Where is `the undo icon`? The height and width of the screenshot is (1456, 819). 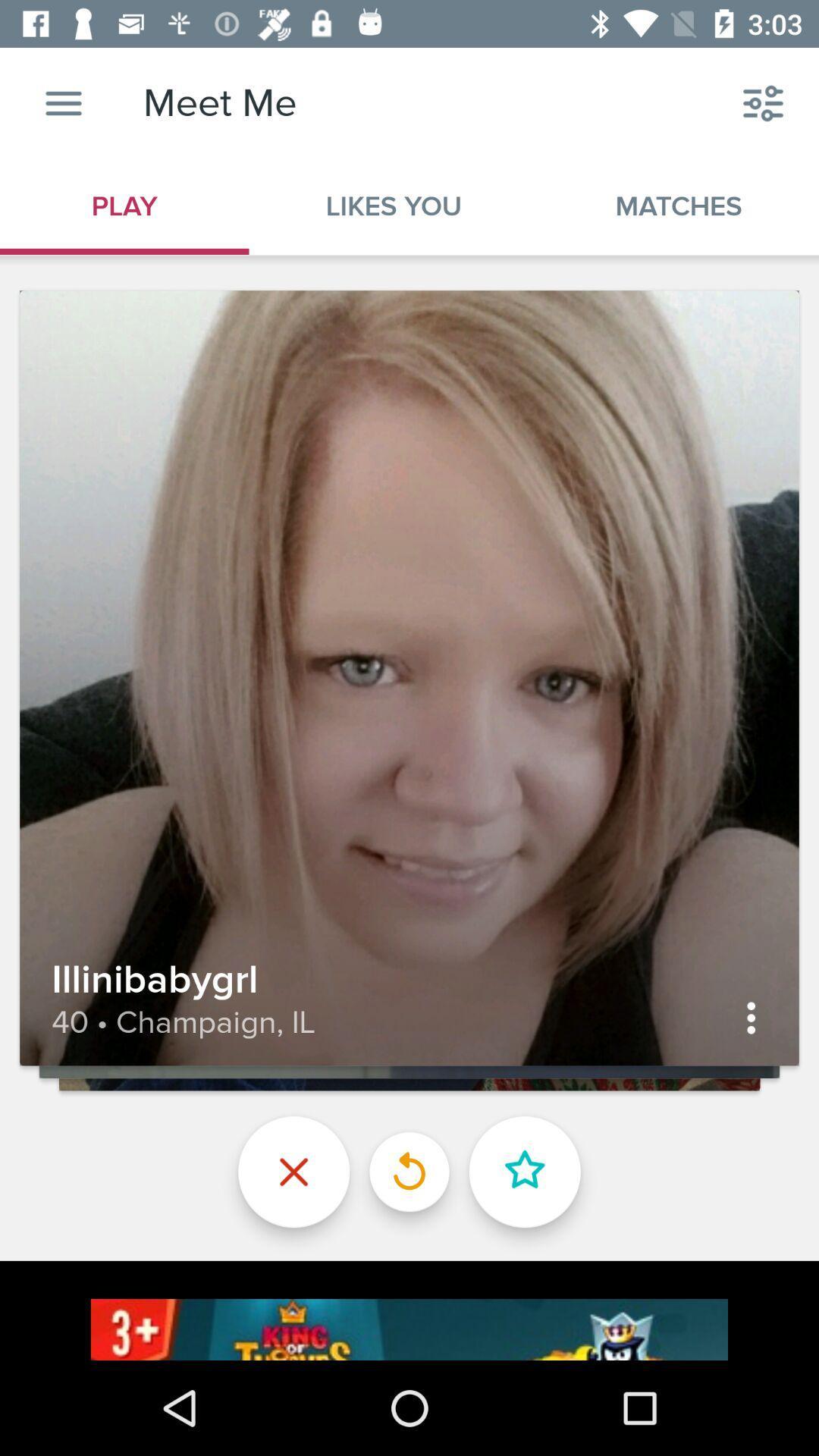 the undo icon is located at coordinates (409, 1171).